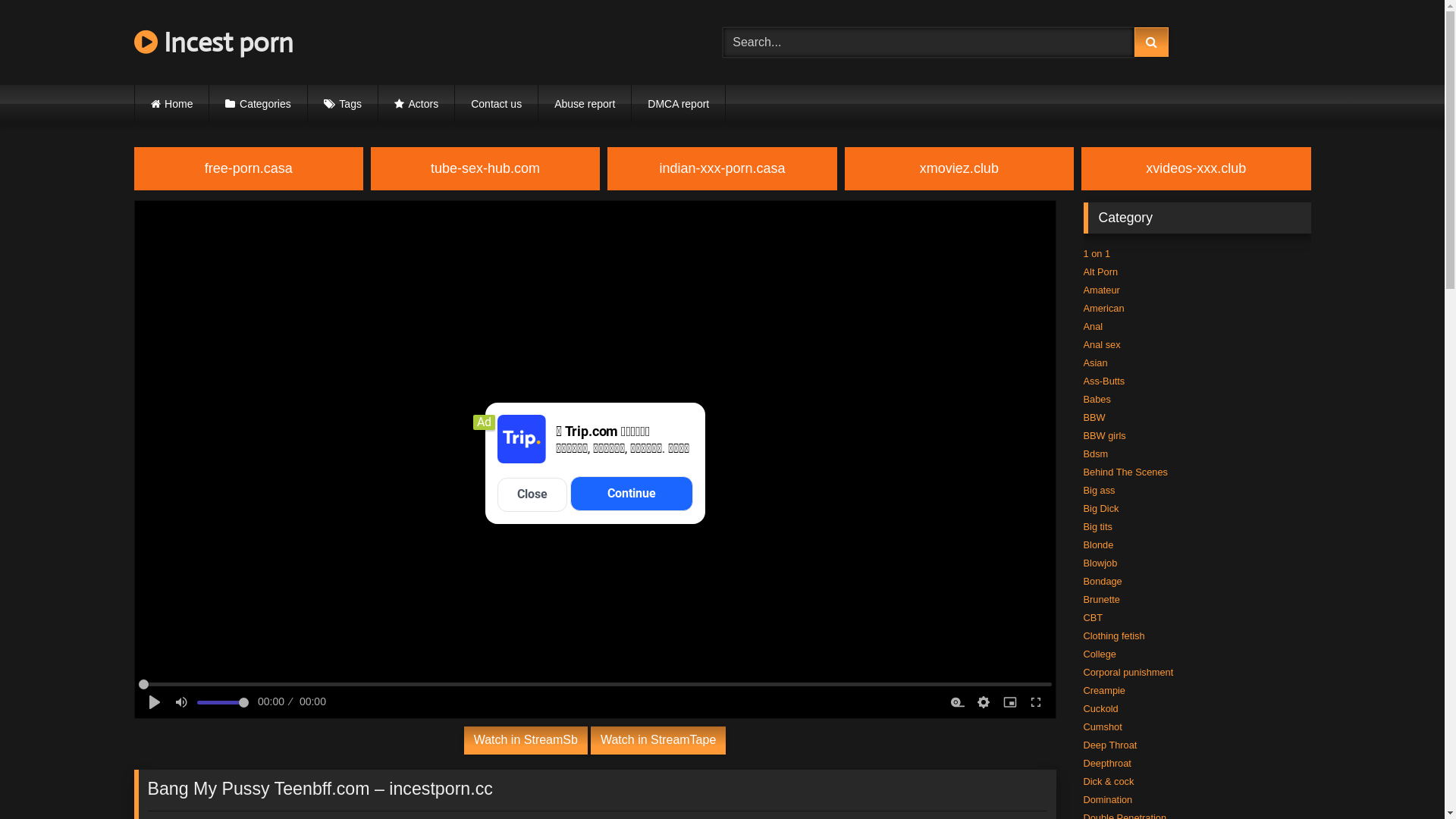 The image size is (1456, 819). What do you see at coordinates (1101, 598) in the screenshot?
I see `'Brunette'` at bounding box center [1101, 598].